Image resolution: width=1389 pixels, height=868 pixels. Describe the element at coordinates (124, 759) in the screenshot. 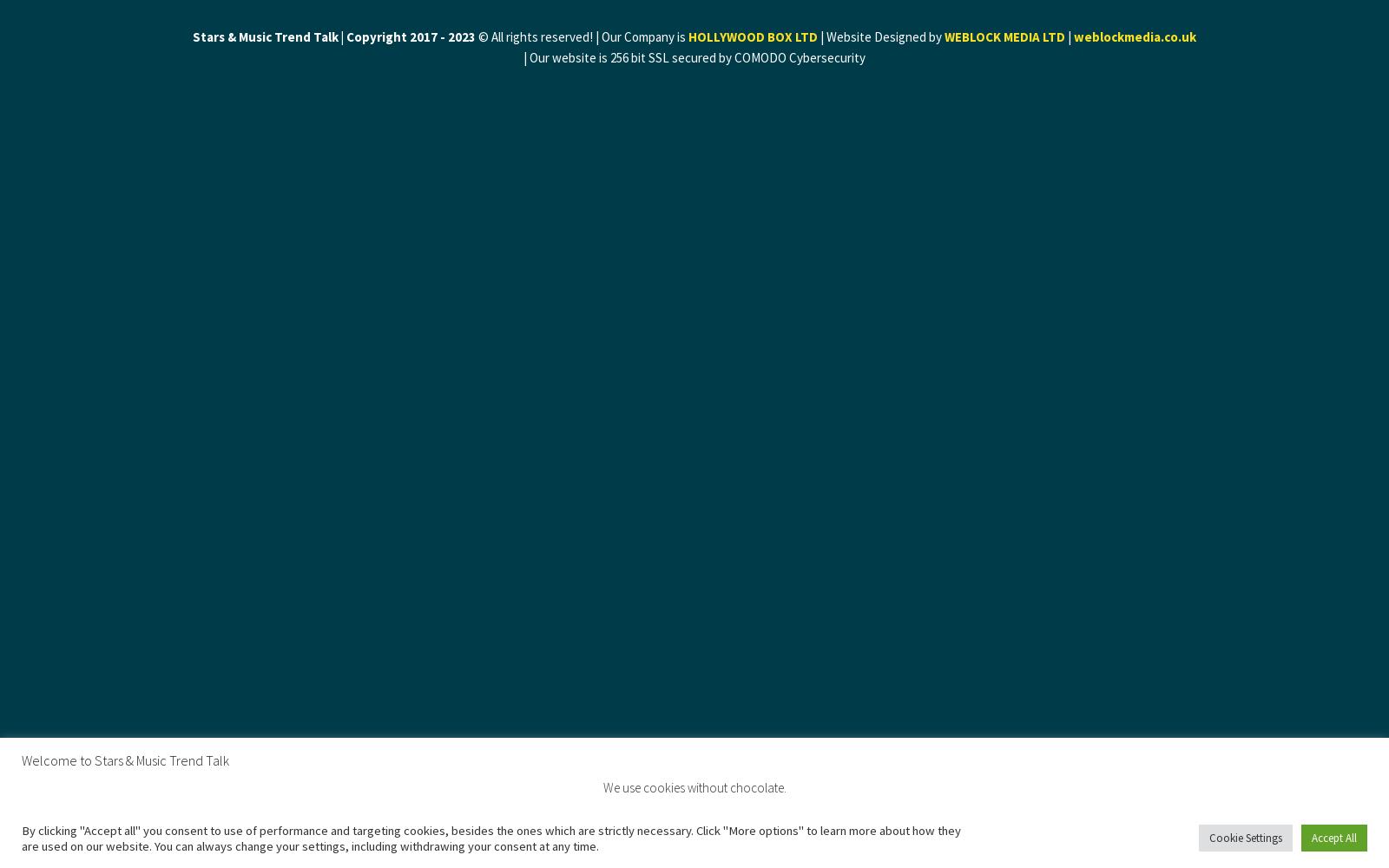

I see `'Welcome to Stars & Music Trend Talk'` at that location.